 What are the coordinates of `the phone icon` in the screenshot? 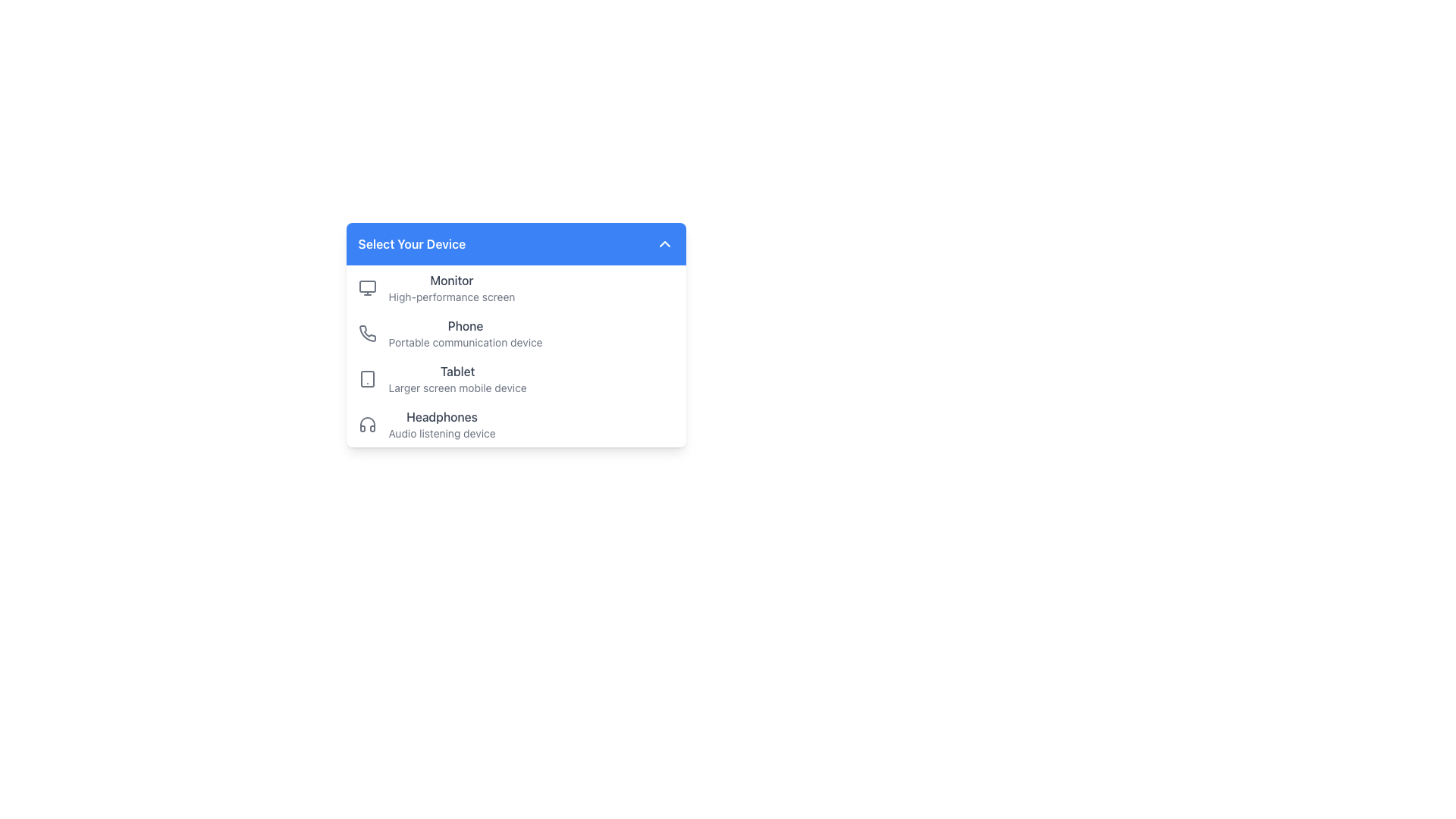 It's located at (367, 332).